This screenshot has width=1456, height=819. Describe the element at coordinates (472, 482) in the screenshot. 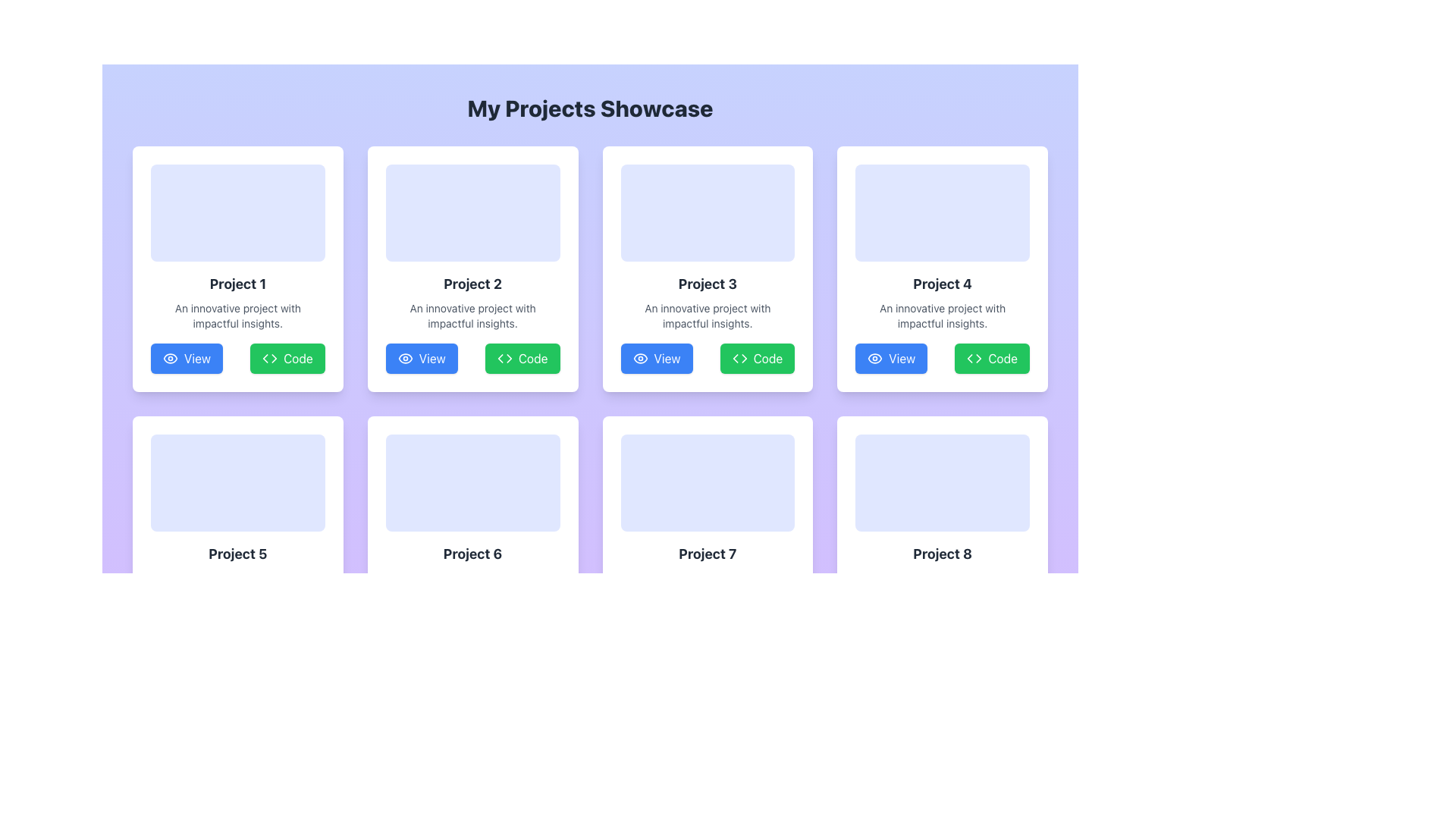

I see `the visual placeholder element located at the top of the 'Project 6' card, which is in the second row and third column of the project showcase grid` at that location.